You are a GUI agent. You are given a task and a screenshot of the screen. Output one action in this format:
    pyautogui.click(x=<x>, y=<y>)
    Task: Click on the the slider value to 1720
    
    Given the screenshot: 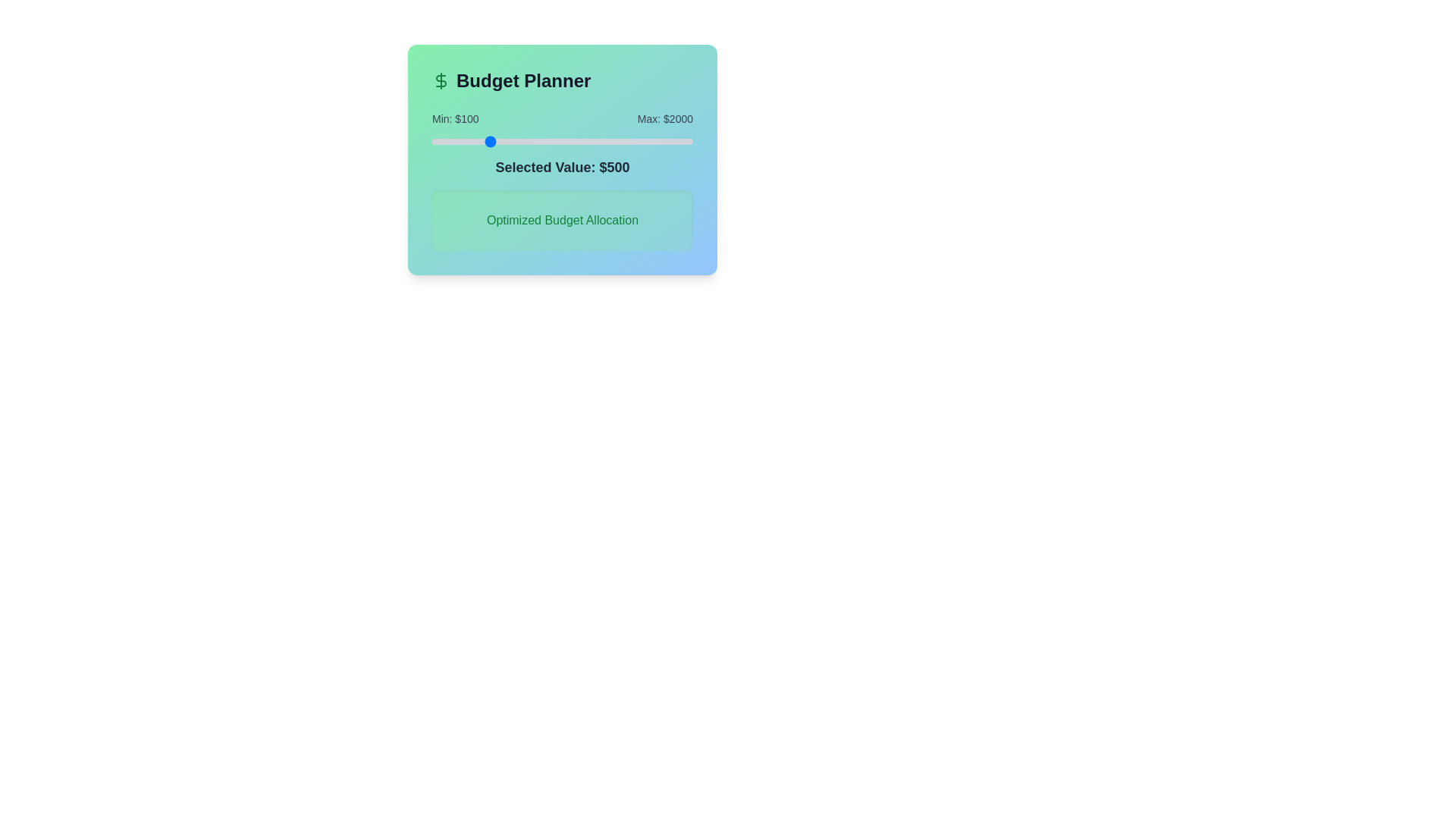 What is the action you would take?
    pyautogui.click(x=654, y=141)
    